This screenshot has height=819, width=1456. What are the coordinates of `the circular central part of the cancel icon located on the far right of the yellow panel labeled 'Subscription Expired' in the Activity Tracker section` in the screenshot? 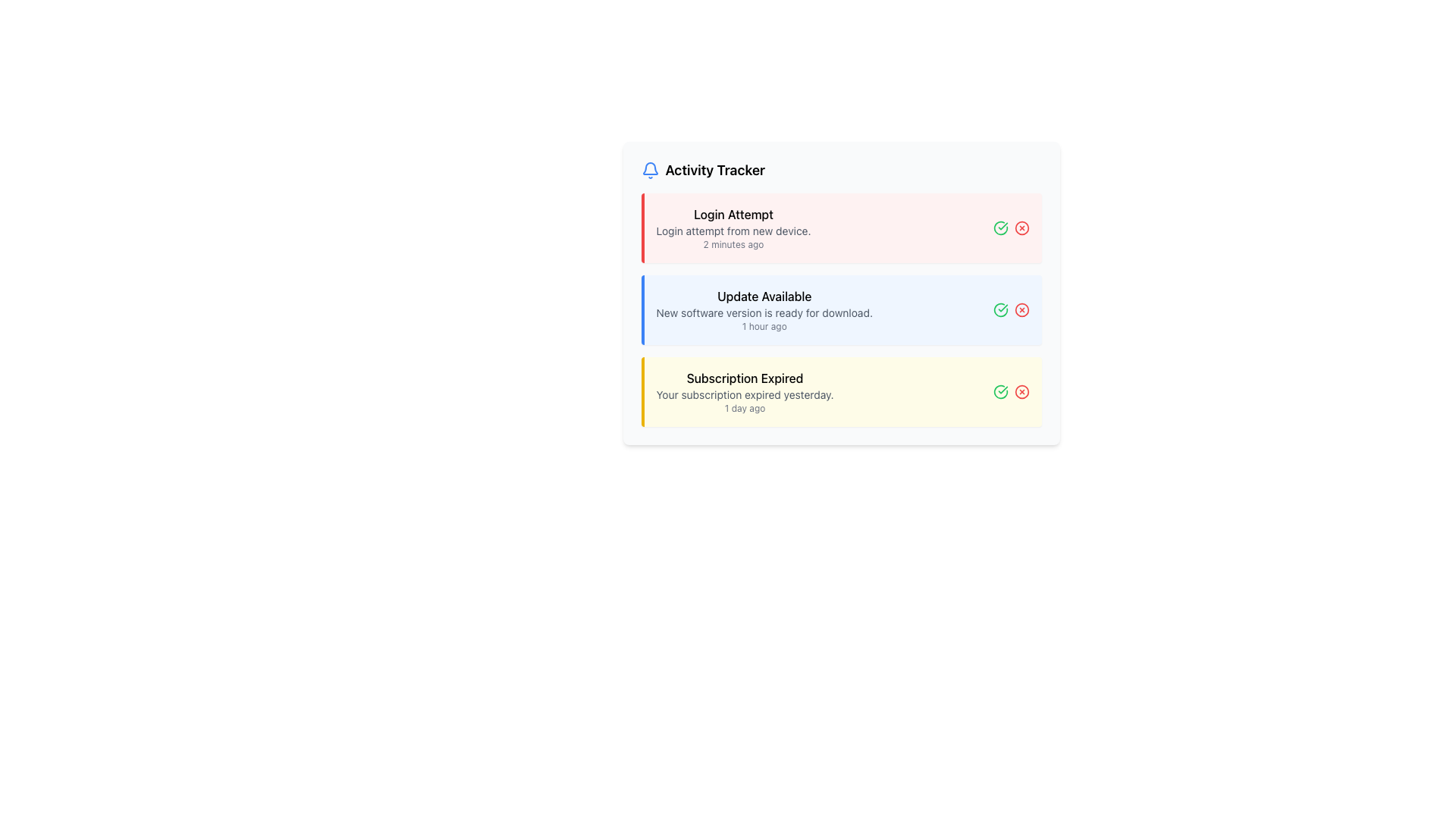 It's located at (1021, 391).